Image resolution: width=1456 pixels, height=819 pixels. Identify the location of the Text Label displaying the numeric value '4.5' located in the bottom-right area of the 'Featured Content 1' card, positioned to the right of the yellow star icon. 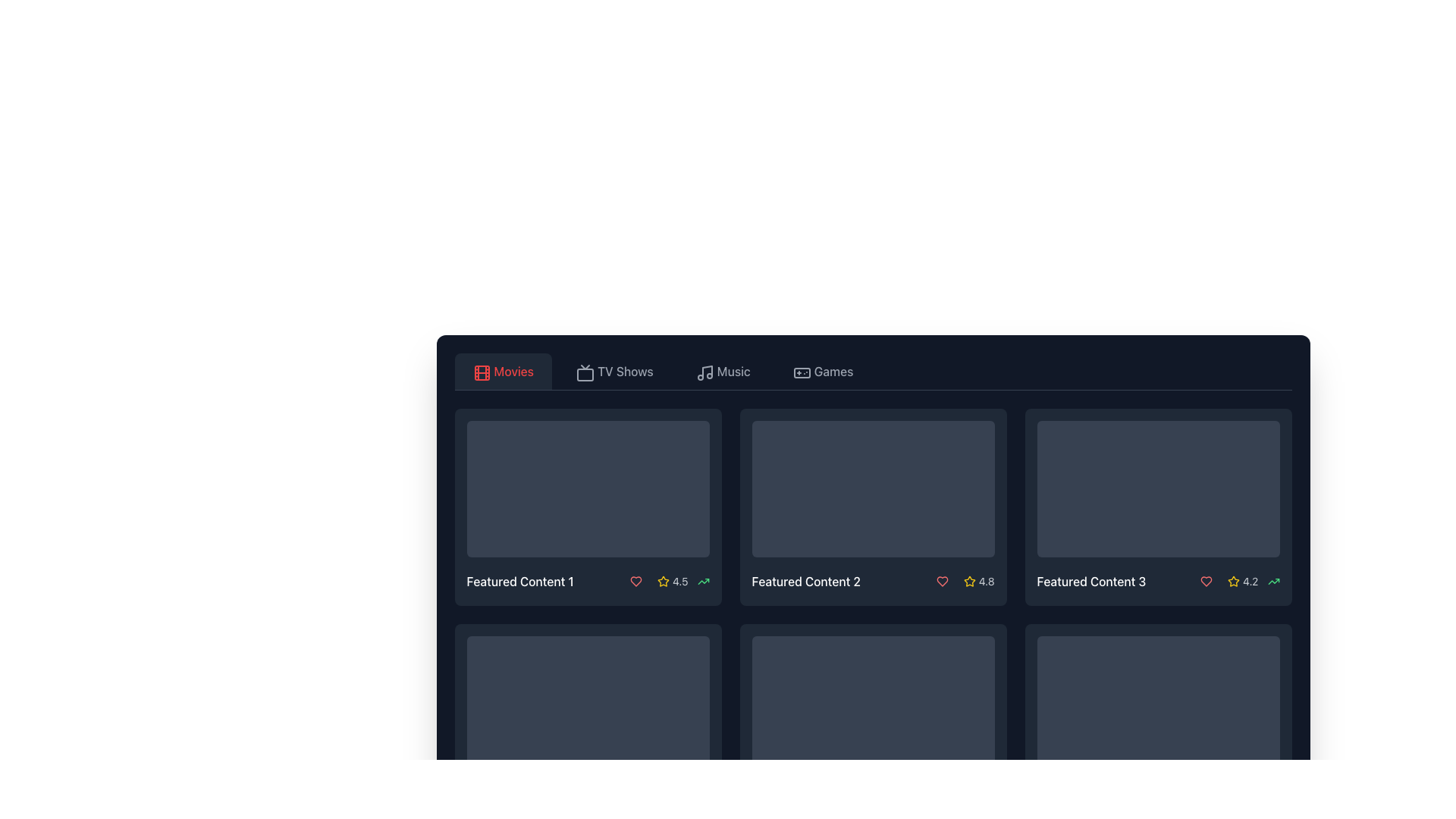
(679, 581).